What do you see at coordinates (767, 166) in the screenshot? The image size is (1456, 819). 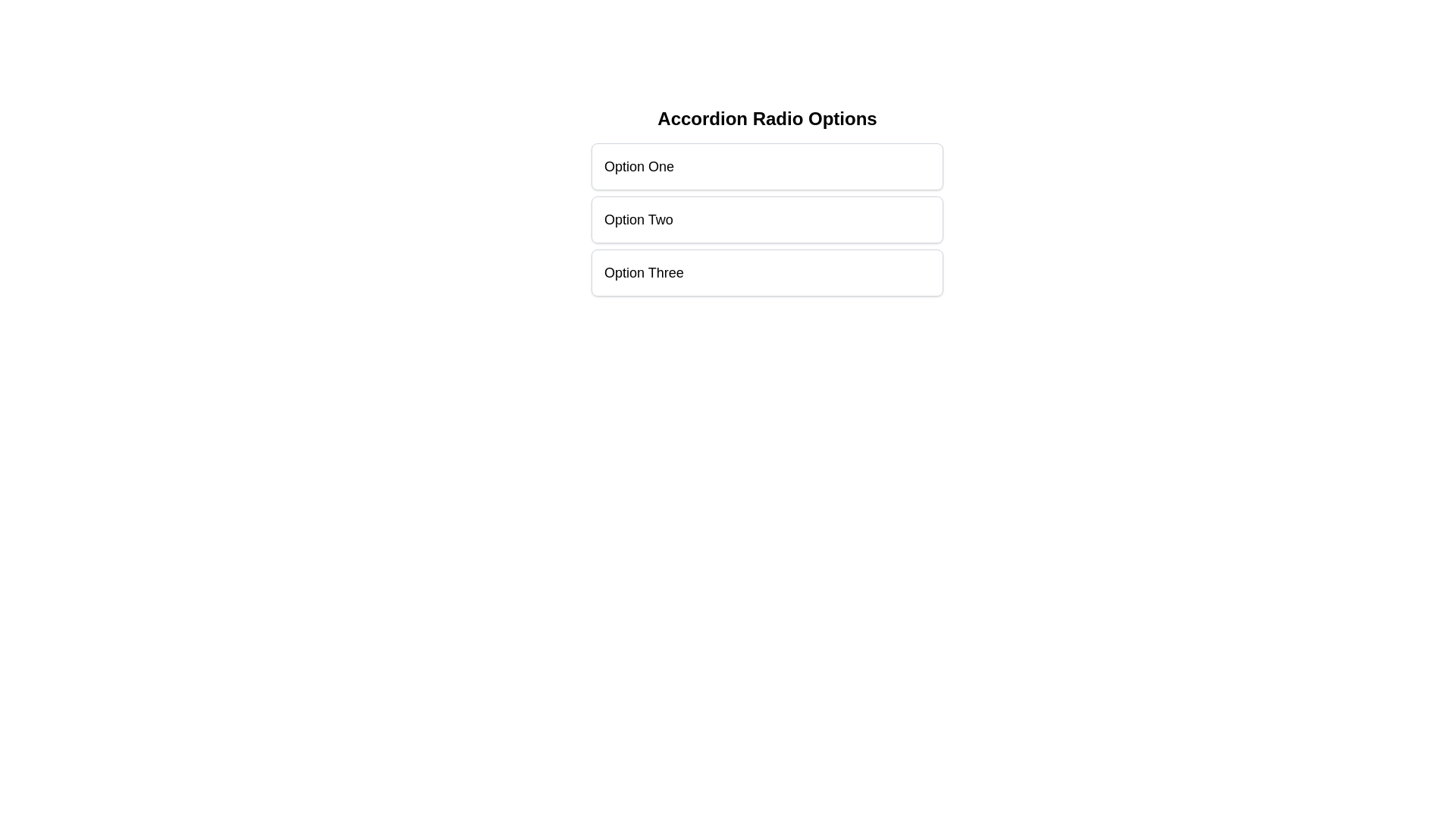 I see `the interactive list item labeled 'Option One', which is the top-most item in the group of options under 'Accordion Radio Options'` at bounding box center [767, 166].